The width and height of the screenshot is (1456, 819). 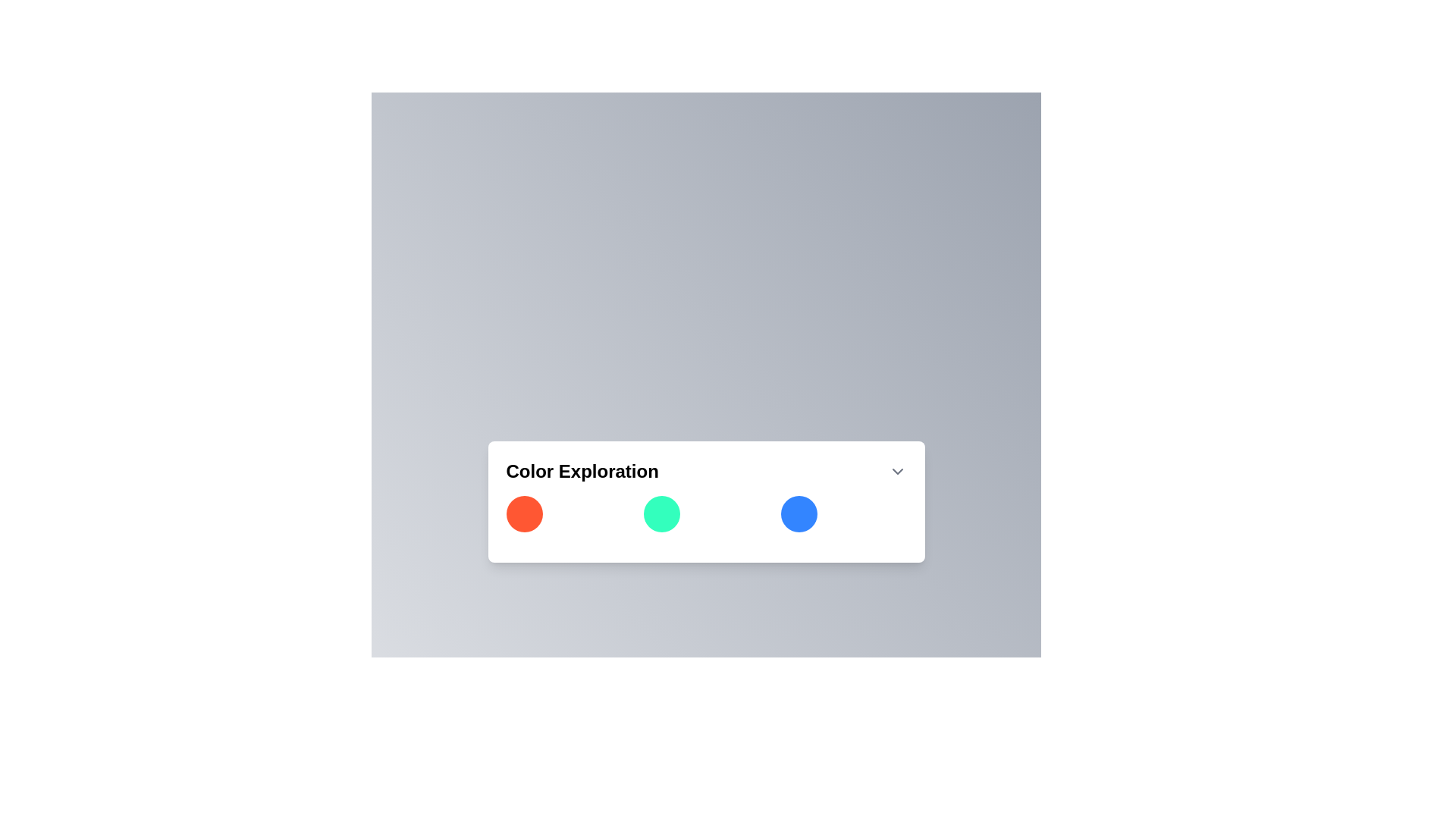 I want to click on the small circular orange button located in the top-left corner of the grid layout under the 'Color Exploration' title, so click(x=524, y=513).